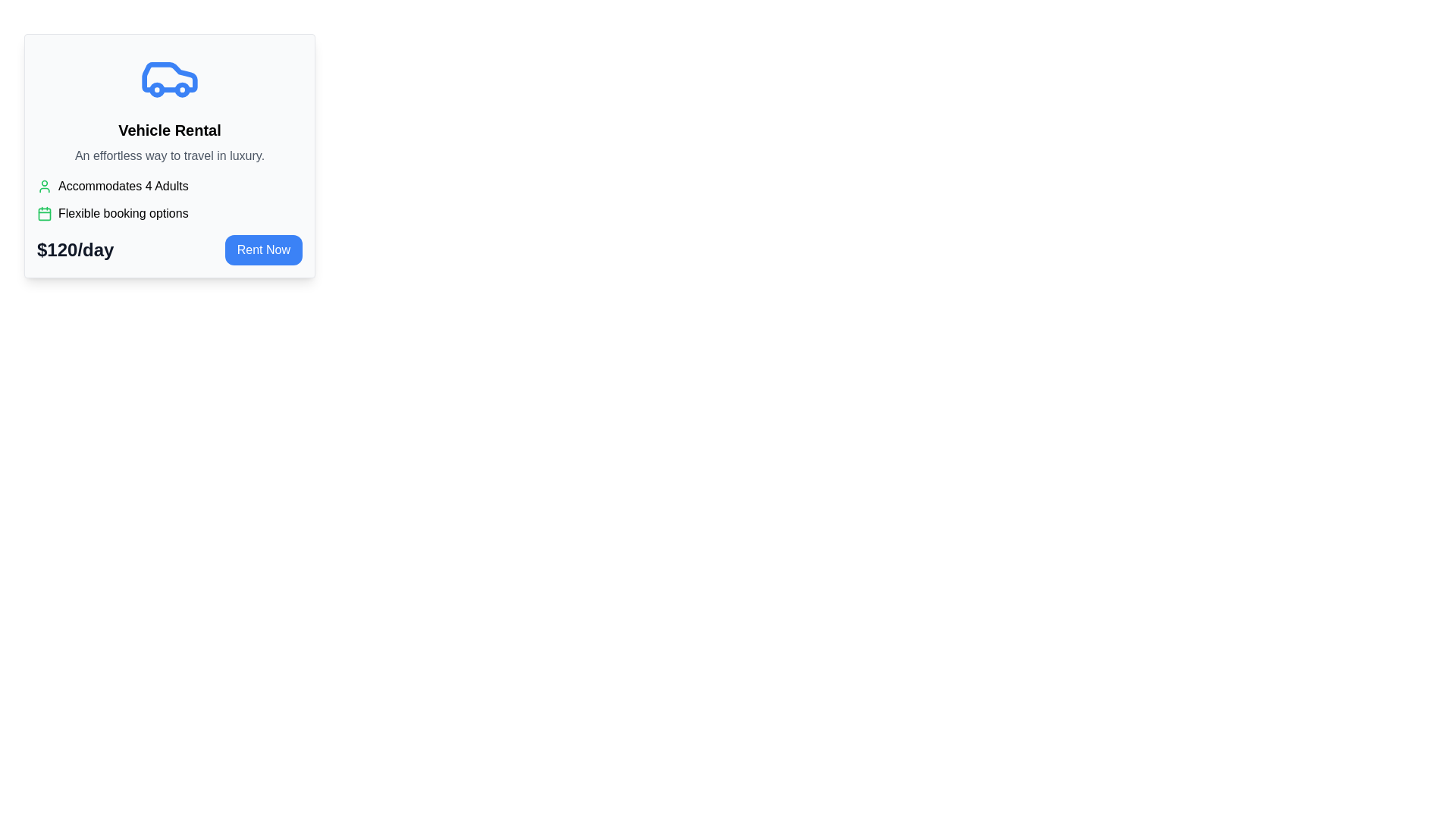 The image size is (1456, 819). I want to click on the icon that visually represents the number of adults accommodated, located within the card layout next to the text 'Accommodates 4 Adults', so click(44, 186).